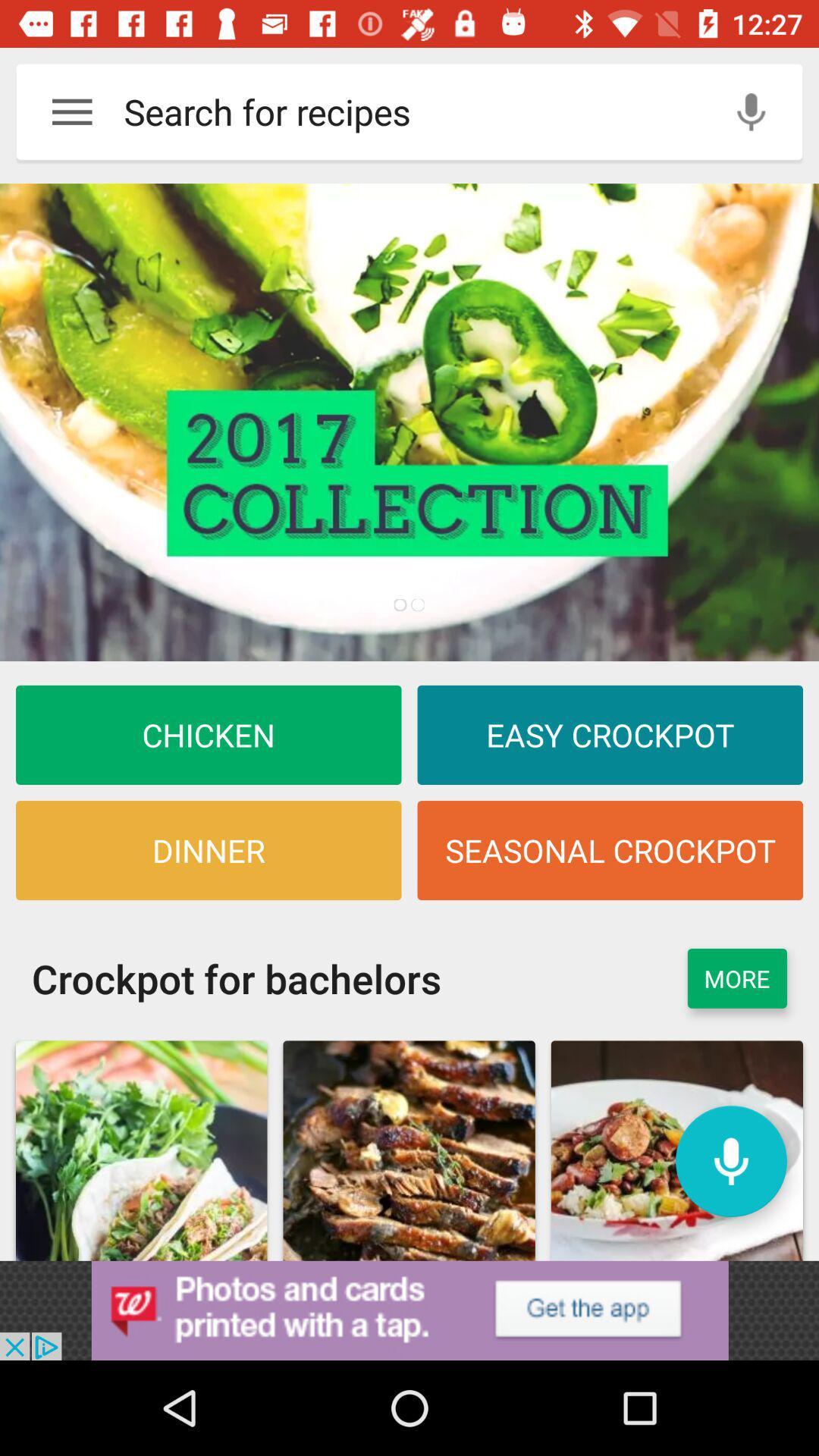  I want to click on 2017 collection, so click(409, 422).